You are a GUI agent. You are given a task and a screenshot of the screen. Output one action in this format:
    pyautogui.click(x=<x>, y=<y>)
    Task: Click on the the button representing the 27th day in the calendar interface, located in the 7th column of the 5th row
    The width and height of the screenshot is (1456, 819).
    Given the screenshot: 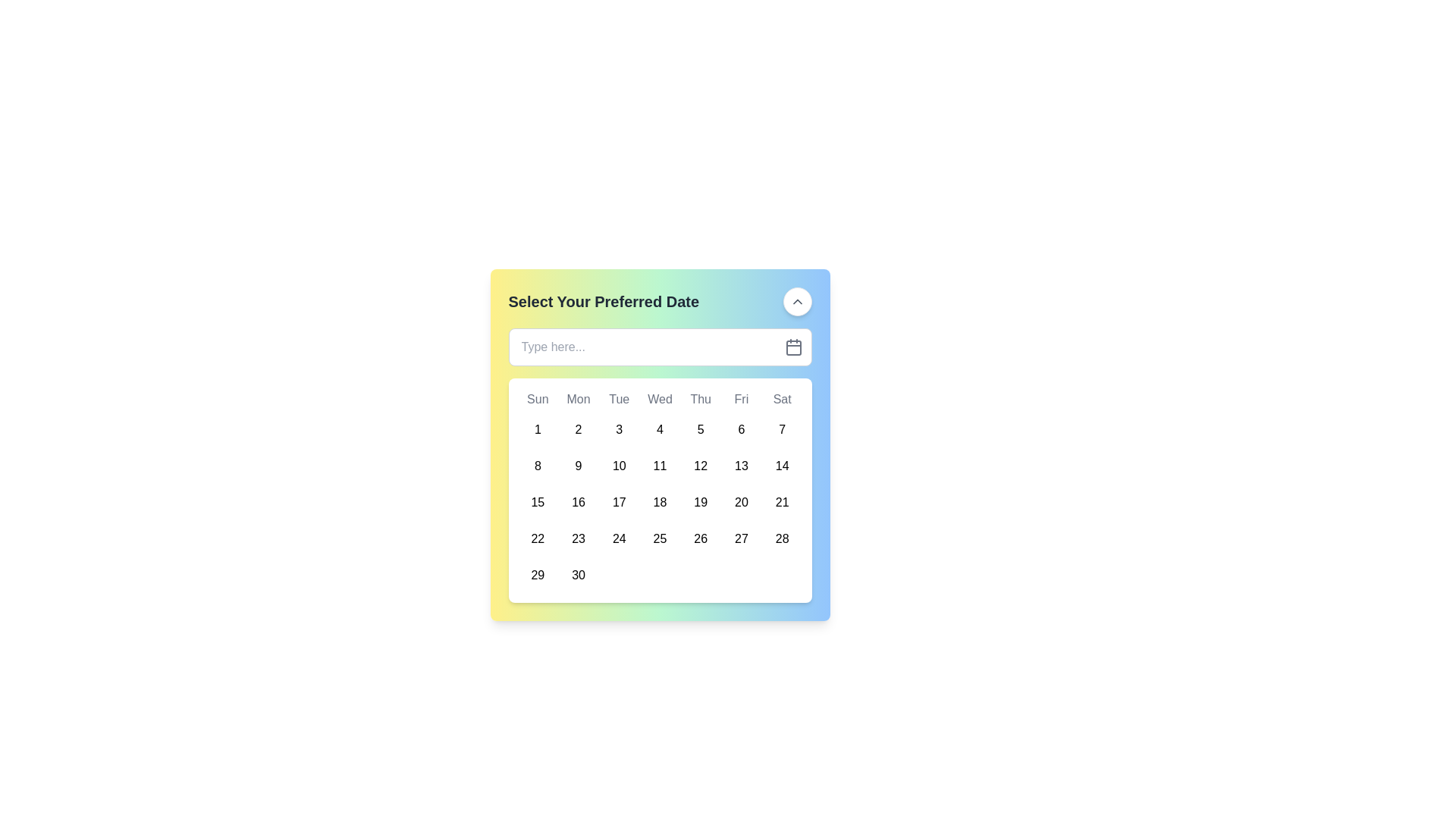 What is the action you would take?
    pyautogui.click(x=741, y=538)
    